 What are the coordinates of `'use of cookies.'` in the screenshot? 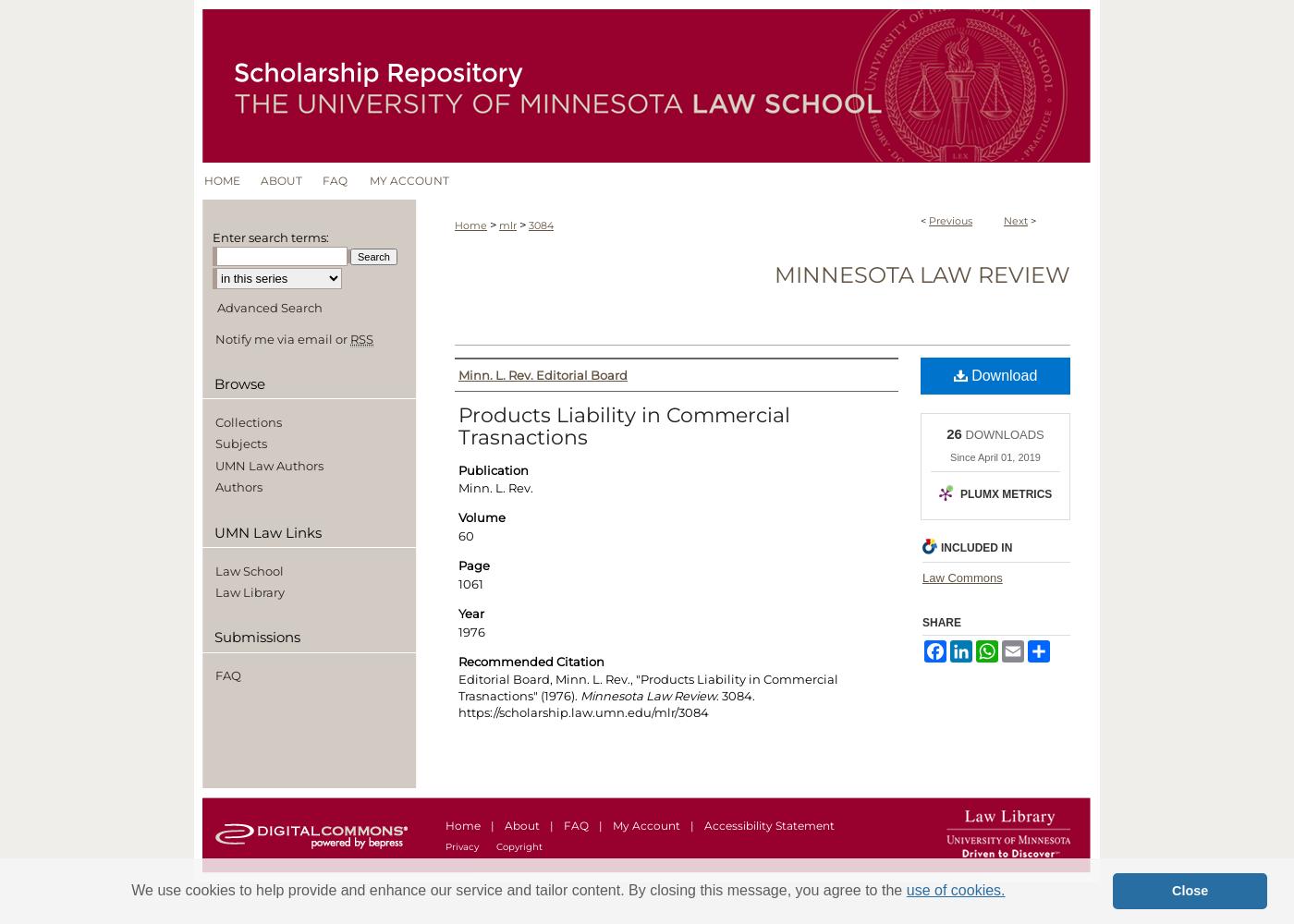 It's located at (905, 889).